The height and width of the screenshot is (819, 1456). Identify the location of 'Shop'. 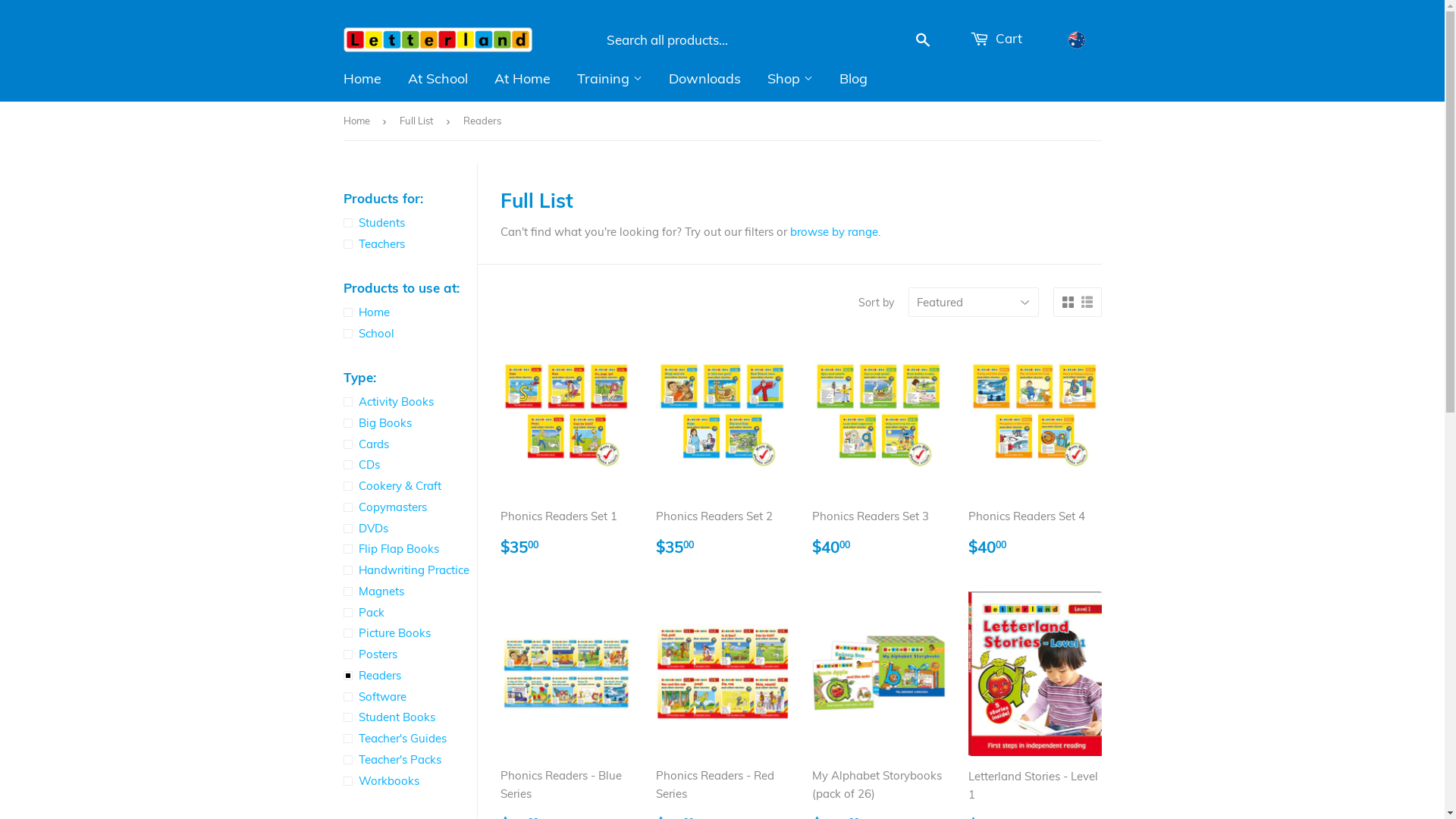
(755, 79).